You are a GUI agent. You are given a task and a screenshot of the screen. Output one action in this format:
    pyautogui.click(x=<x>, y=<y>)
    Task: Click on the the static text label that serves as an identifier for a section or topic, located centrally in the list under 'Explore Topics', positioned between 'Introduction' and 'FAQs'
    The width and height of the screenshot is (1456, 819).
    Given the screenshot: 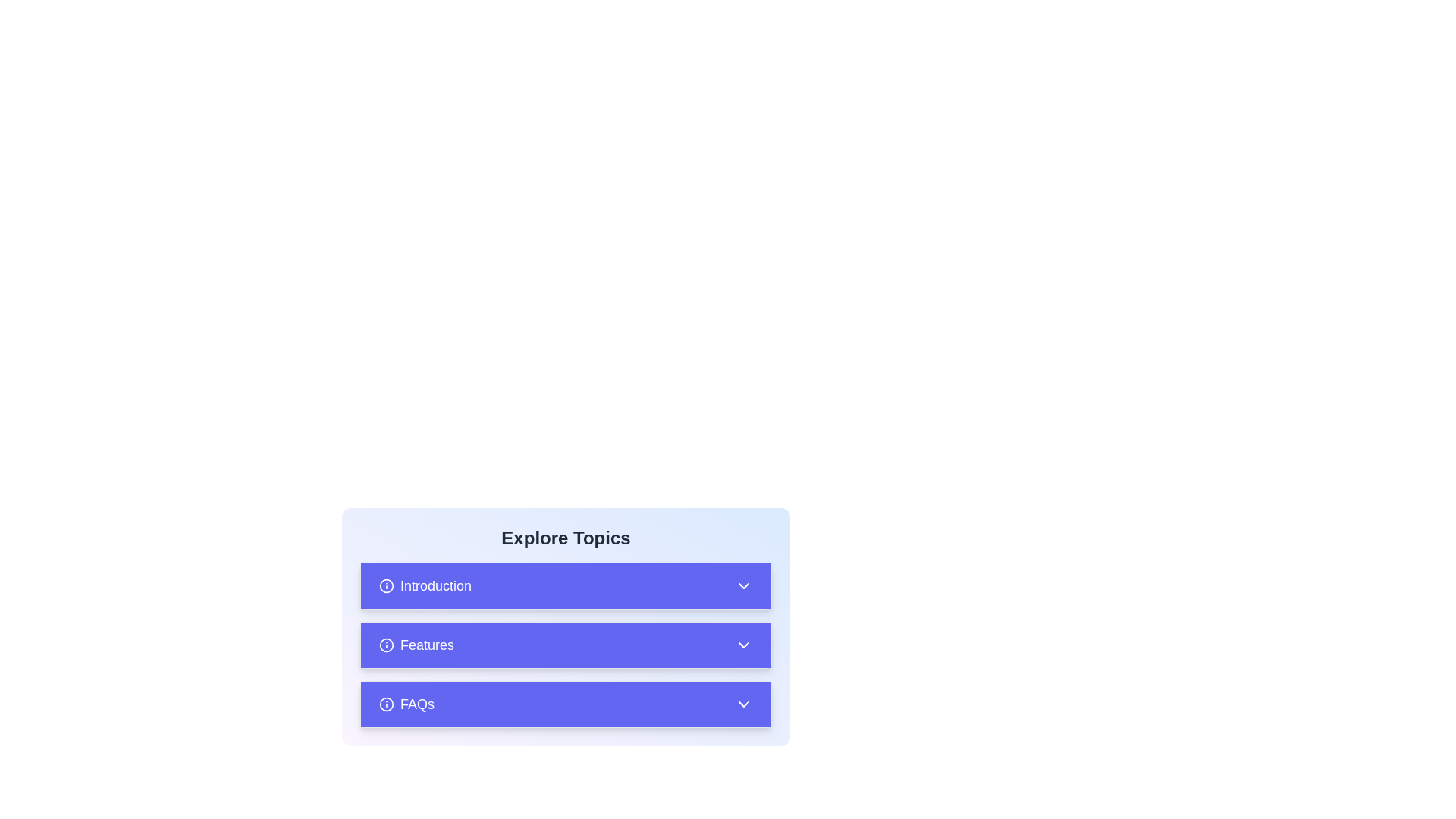 What is the action you would take?
    pyautogui.click(x=426, y=645)
    